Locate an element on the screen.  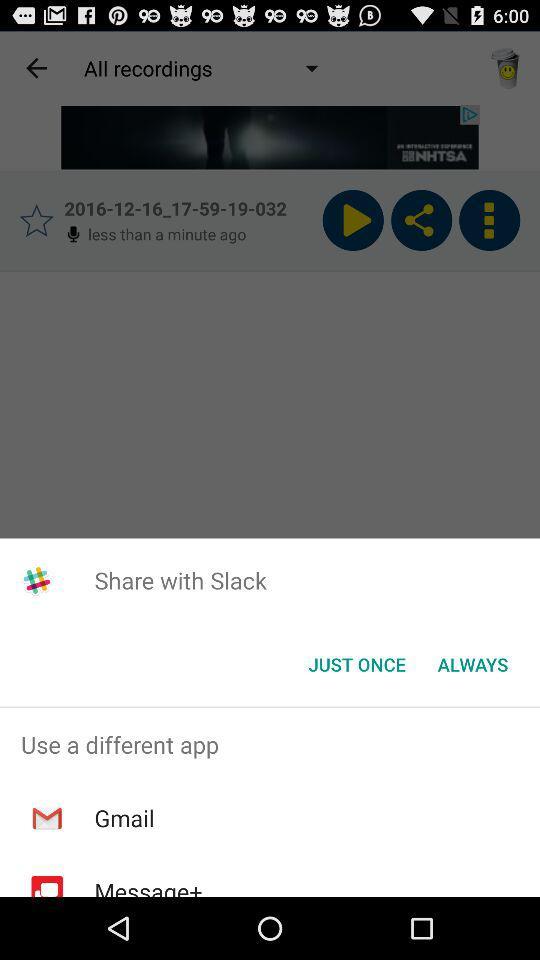
the item next to the just once icon is located at coordinates (472, 664).